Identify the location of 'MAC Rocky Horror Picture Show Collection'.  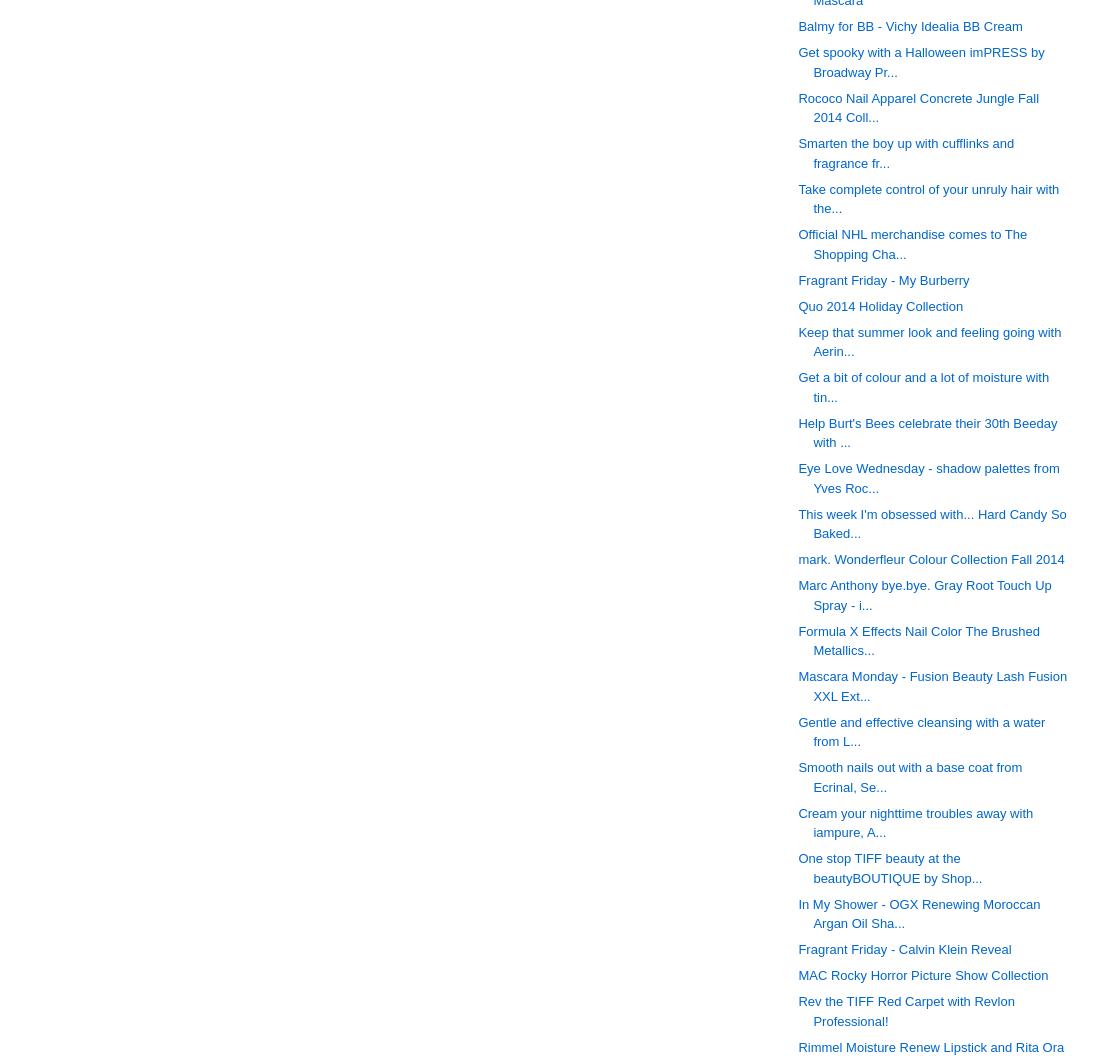
(923, 975).